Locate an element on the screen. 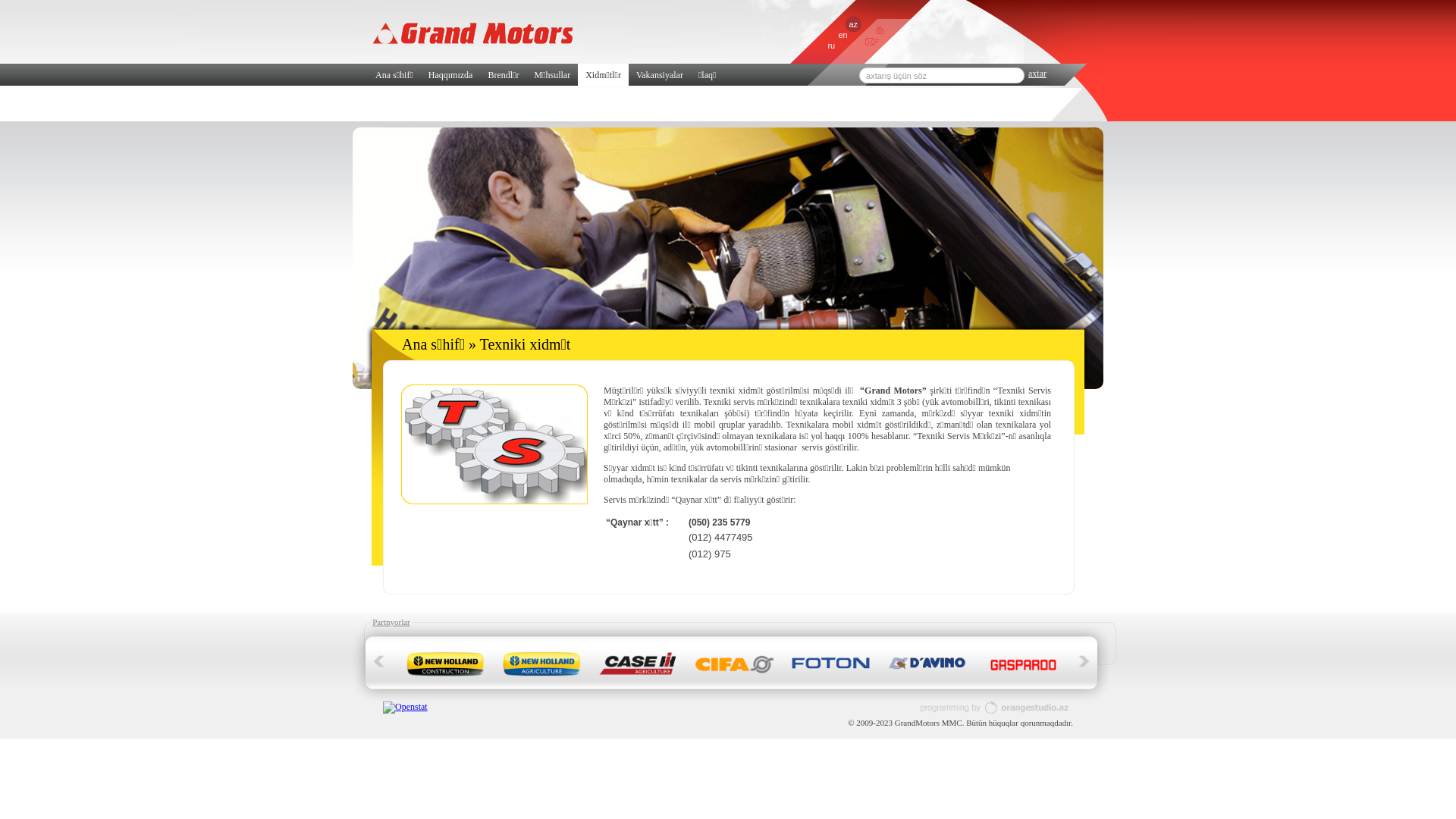 The height and width of the screenshot is (819, 1456). 'en' is located at coordinates (833, 34).